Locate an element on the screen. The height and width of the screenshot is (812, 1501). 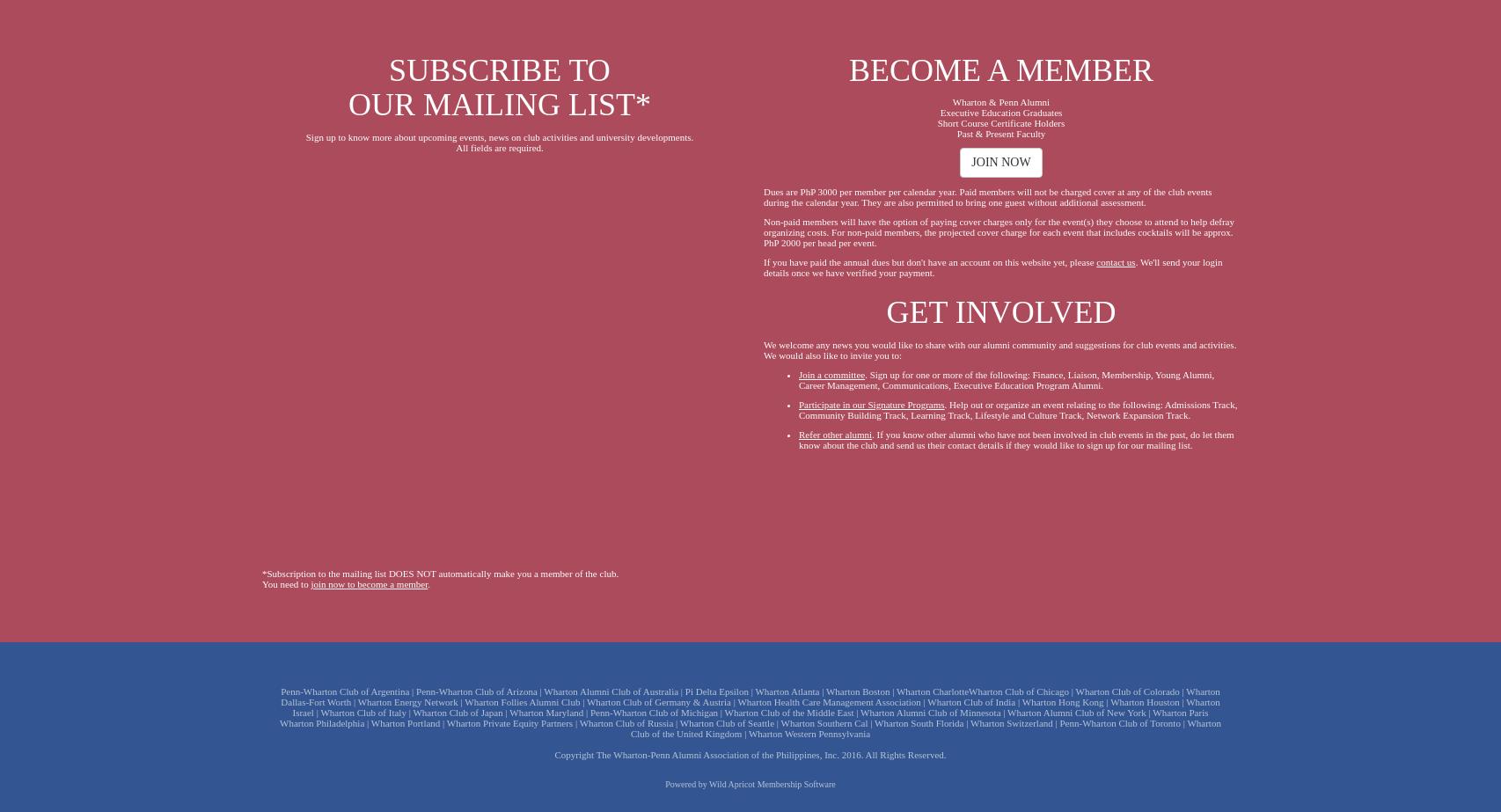
'GET INVOLVED' is located at coordinates (1000, 311).